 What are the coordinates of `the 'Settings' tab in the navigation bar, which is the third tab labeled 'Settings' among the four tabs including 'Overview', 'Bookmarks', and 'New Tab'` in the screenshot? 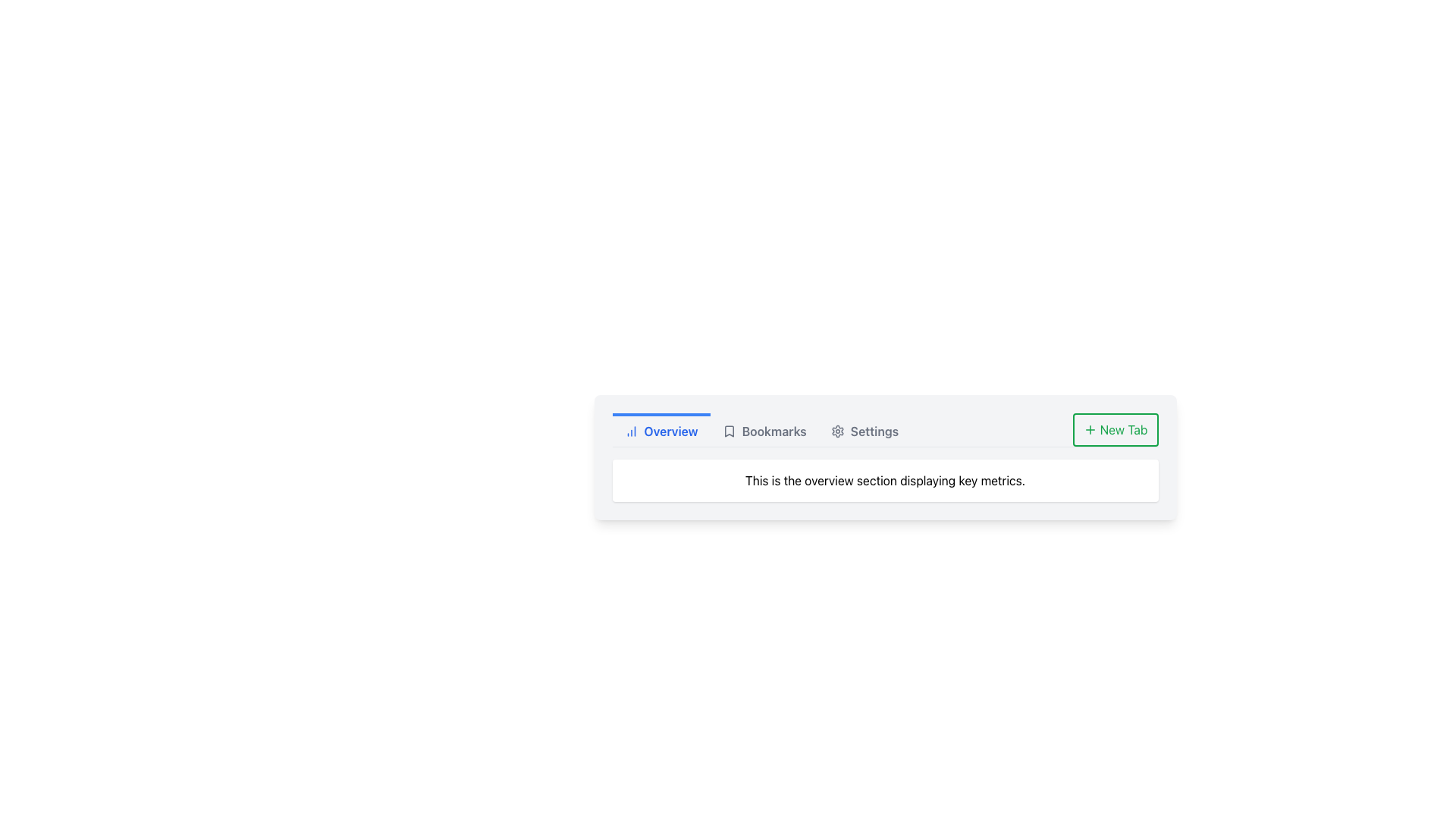 It's located at (885, 430).